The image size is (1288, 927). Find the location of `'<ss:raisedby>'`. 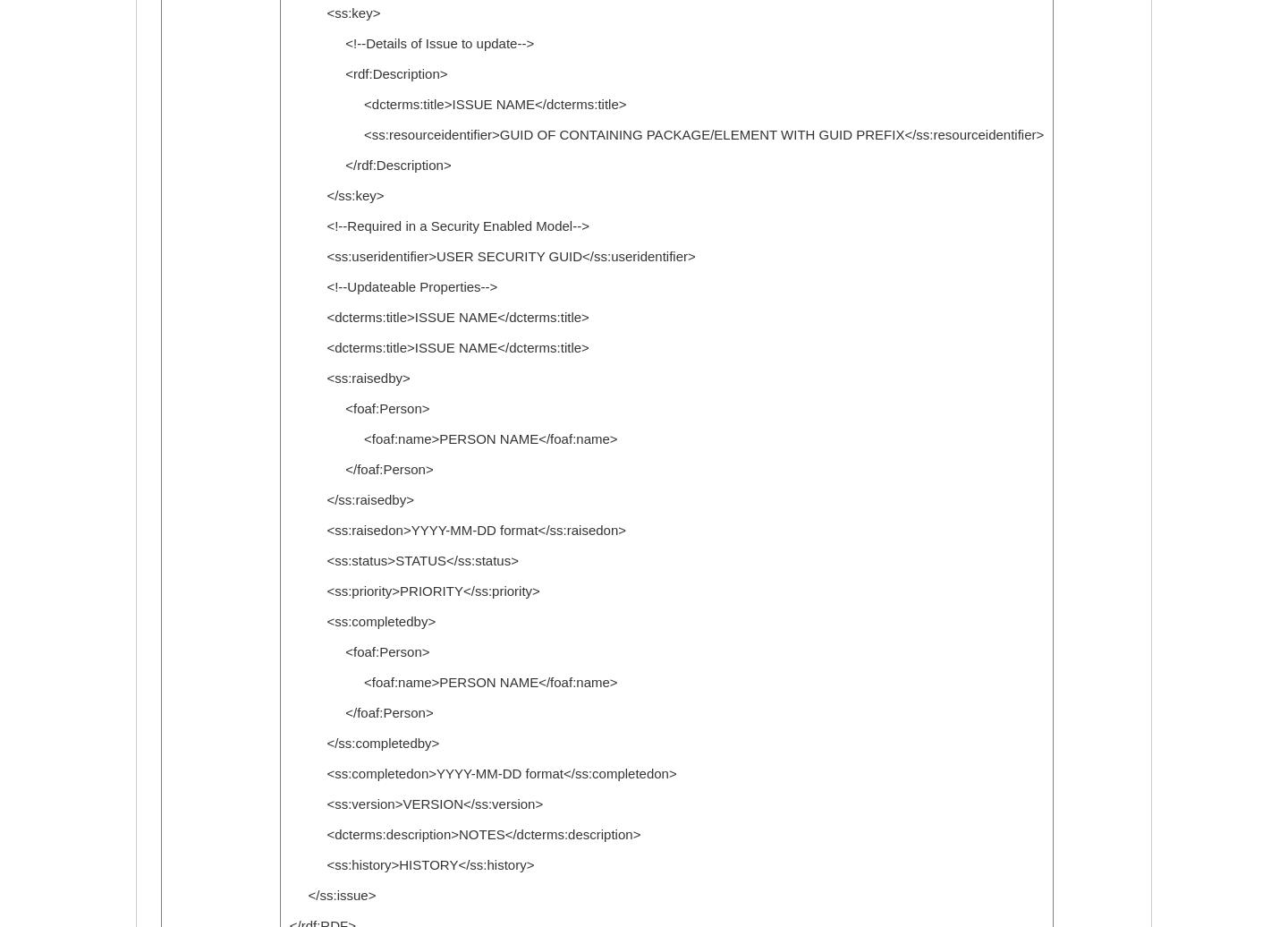

'<ss:raisedby>' is located at coordinates (348, 378).